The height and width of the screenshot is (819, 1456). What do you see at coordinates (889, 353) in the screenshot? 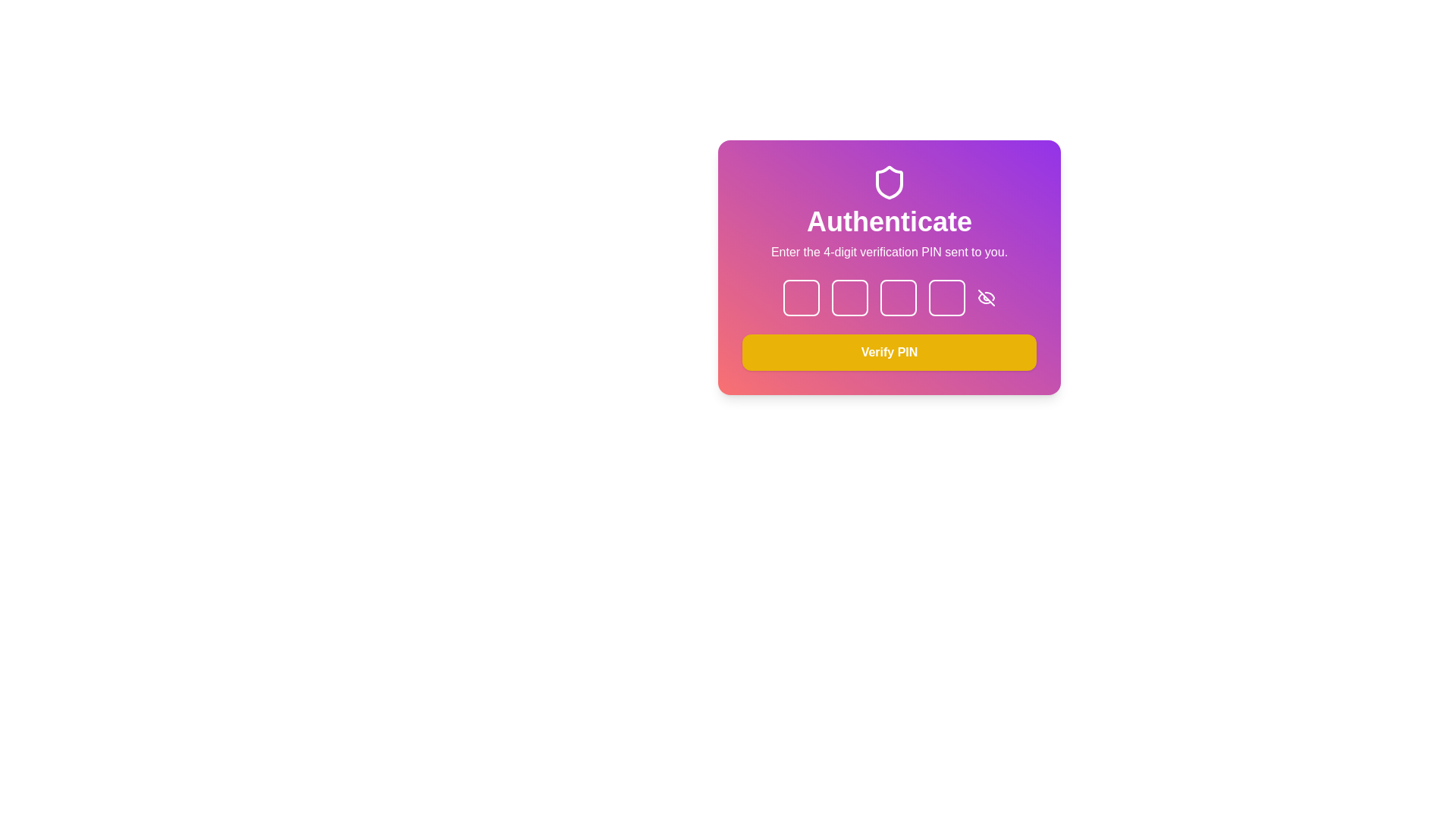
I see `the button with a yellow background, rounded corners, and bold white text reading 'Verify PIN'` at bounding box center [889, 353].